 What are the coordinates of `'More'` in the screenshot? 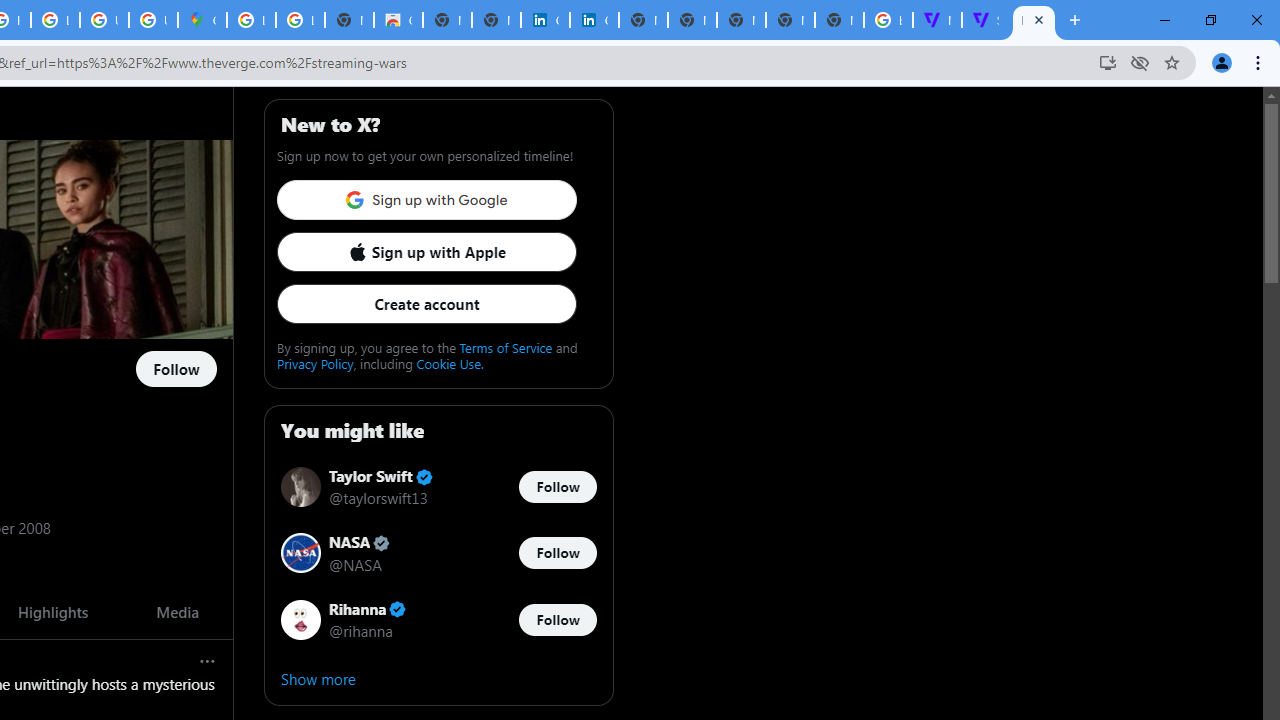 It's located at (208, 661).